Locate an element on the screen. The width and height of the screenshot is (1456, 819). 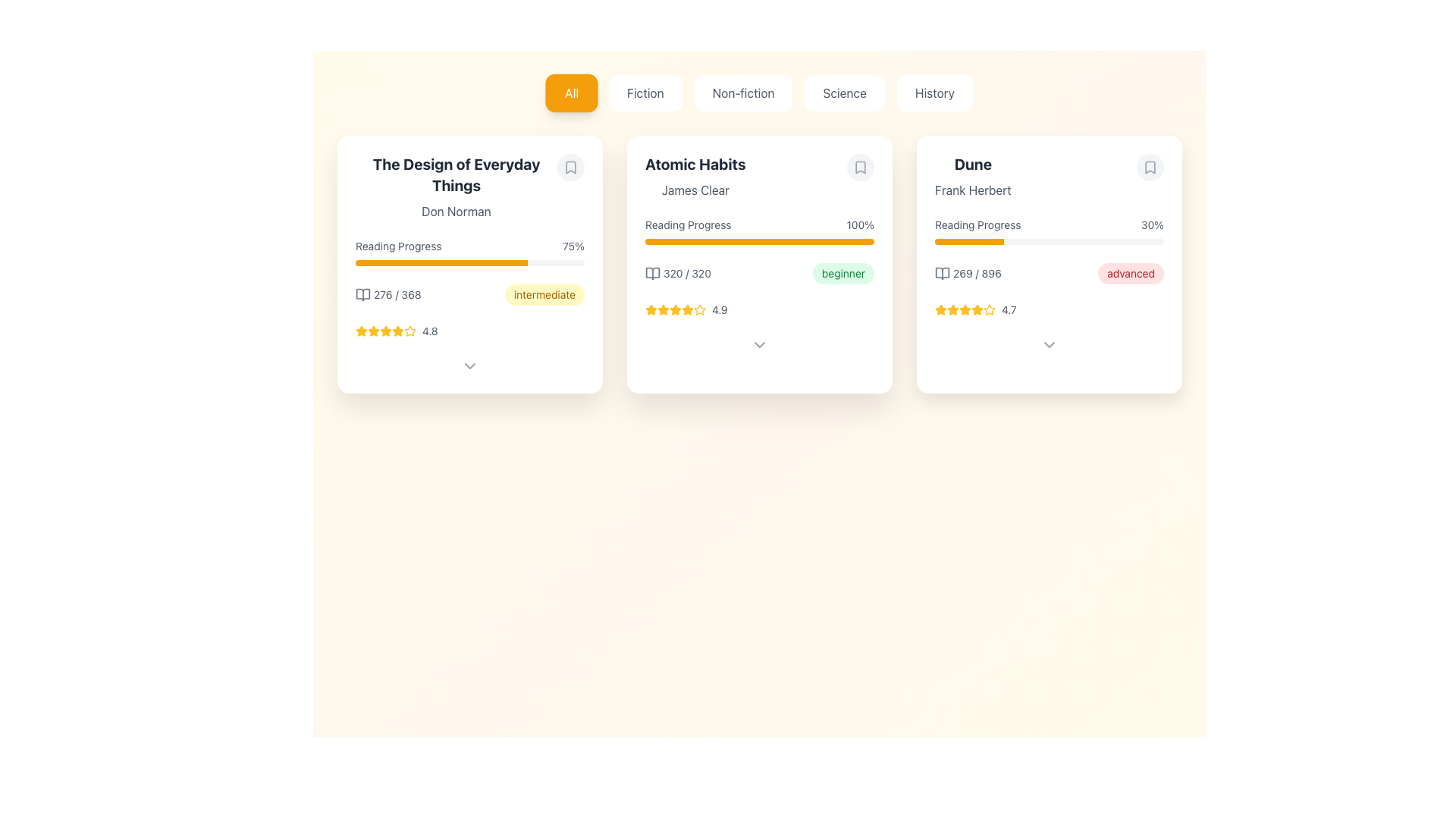
the first star icon in the rating display for the 'Dune' card, which is a small, bright yellow star shape used for ratings is located at coordinates (940, 309).